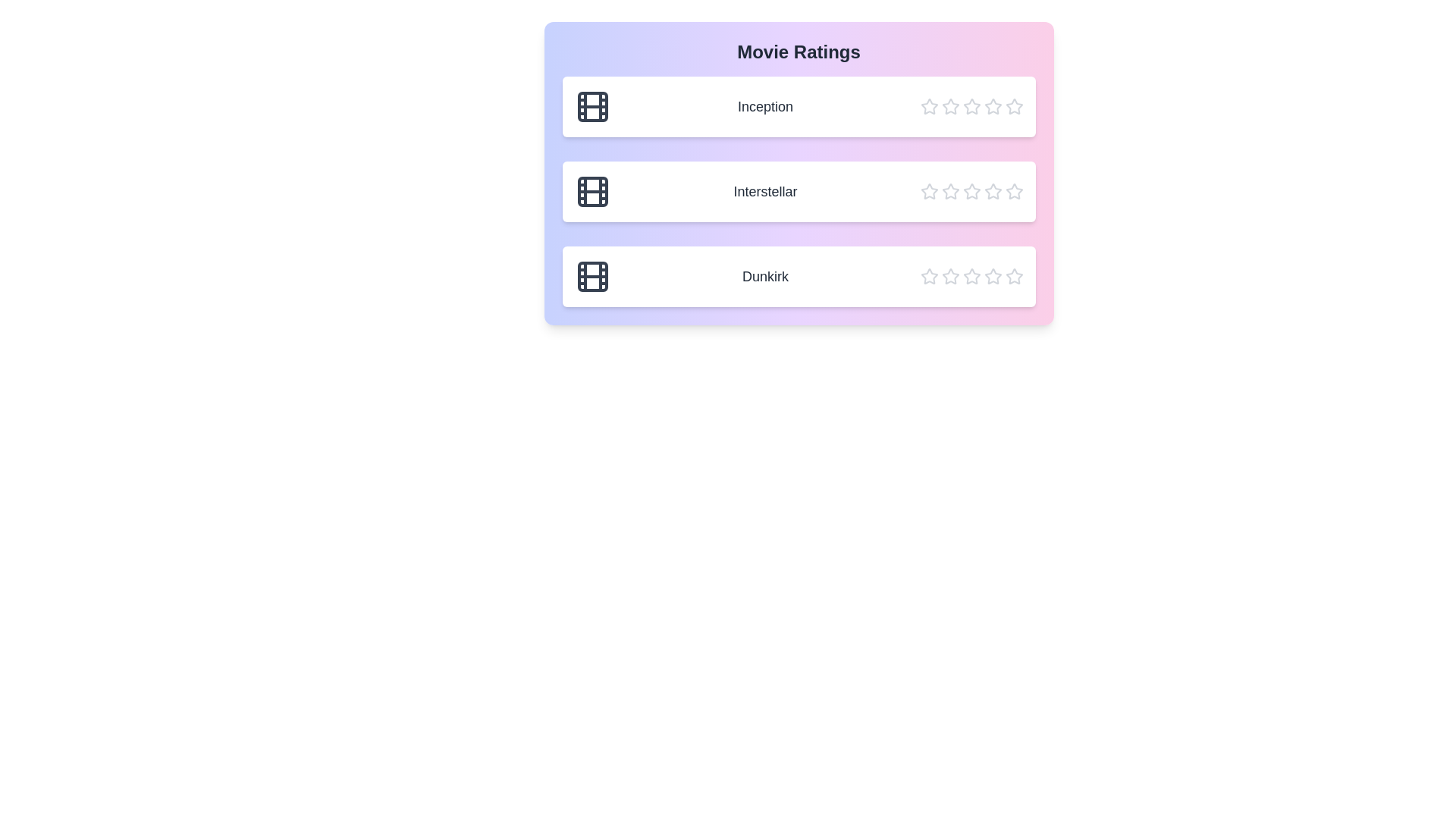 Image resolution: width=1456 pixels, height=819 pixels. What do you see at coordinates (1014, 106) in the screenshot?
I see `the star corresponding to the rating 5` at bounding box center [1014, 106].